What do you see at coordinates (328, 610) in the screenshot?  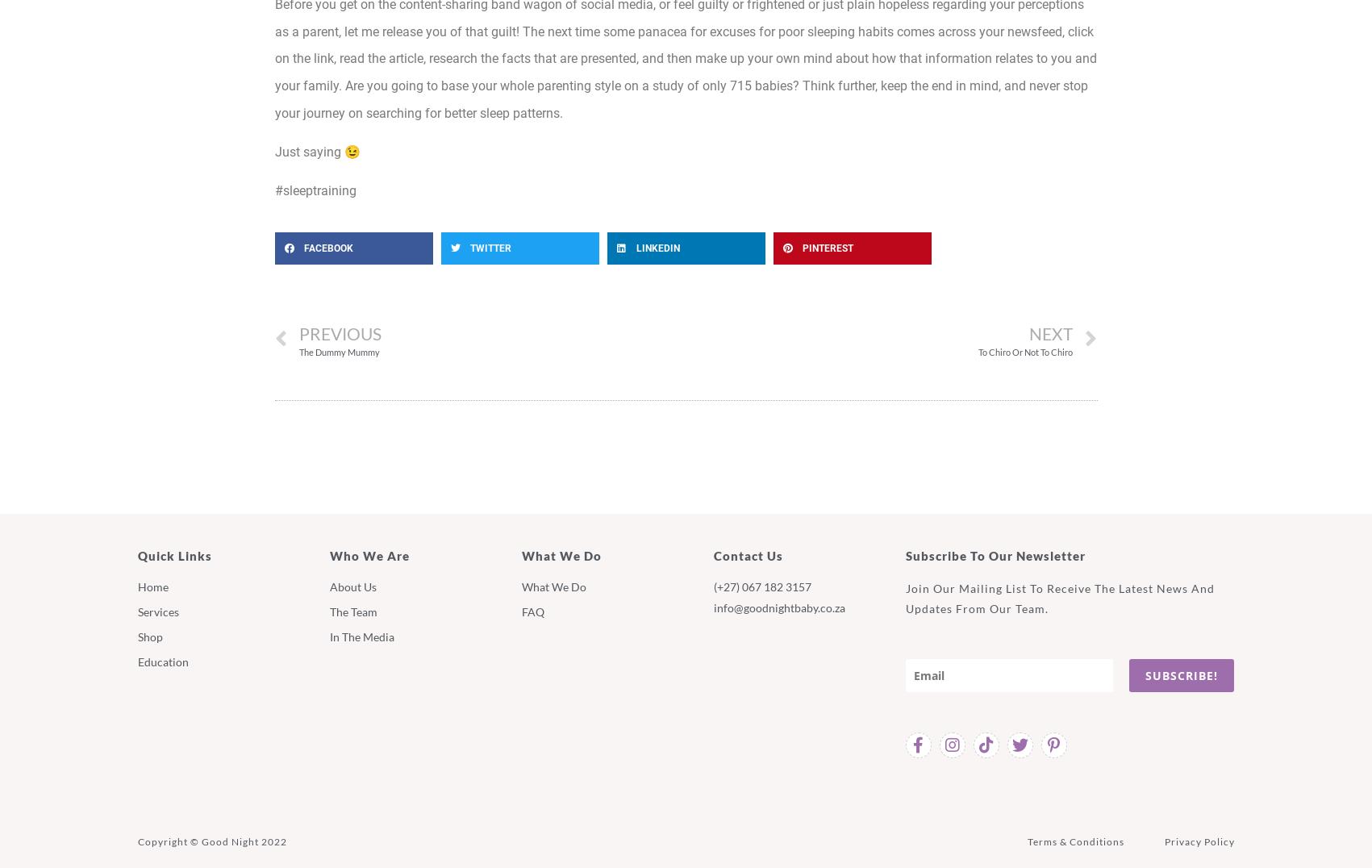 I see `'The Team'` at bounding box center [328, 610].